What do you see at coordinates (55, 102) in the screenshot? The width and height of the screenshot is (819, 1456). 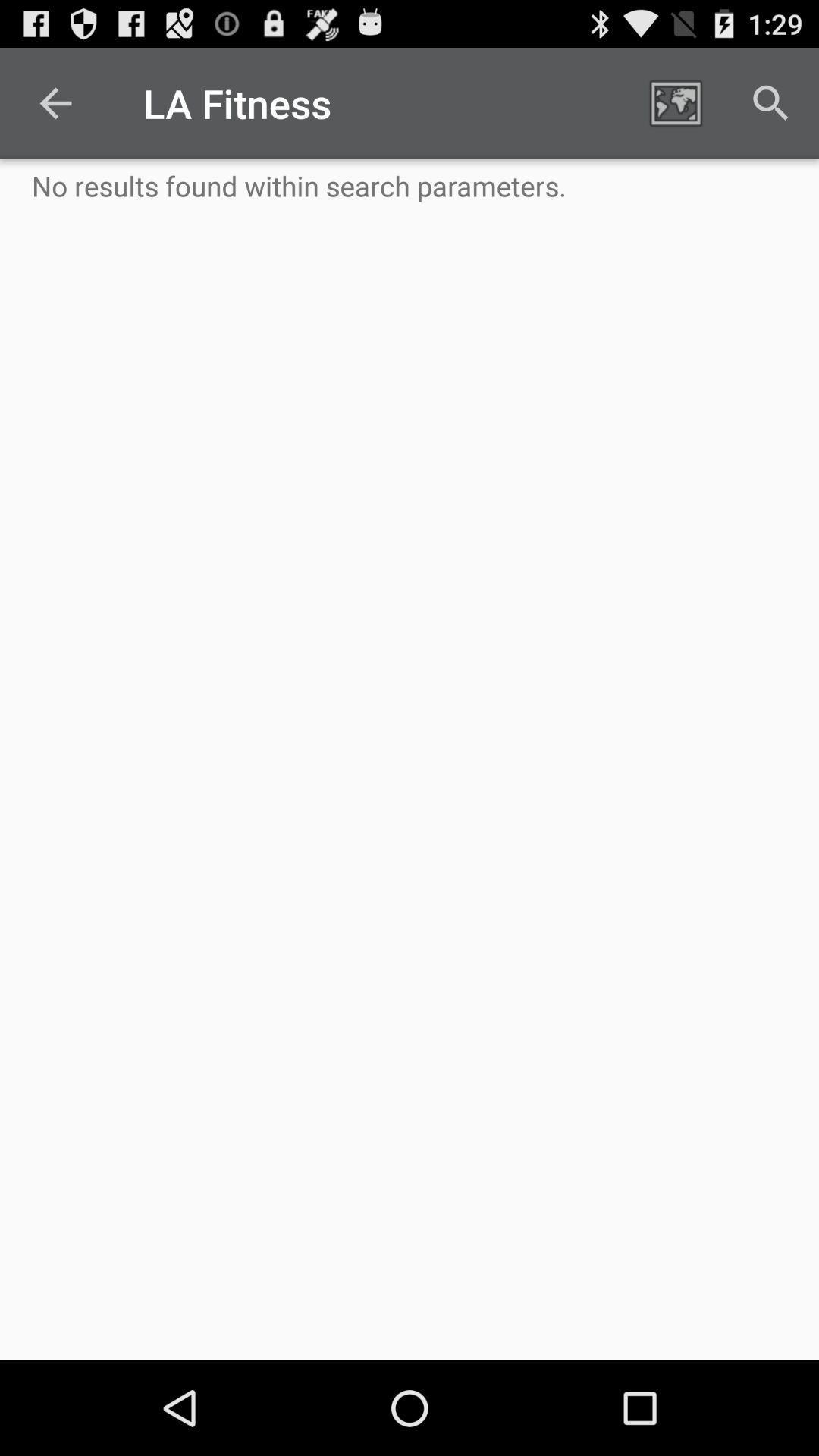 I see `icon next to la fitness` at bounding box center [55, 102].